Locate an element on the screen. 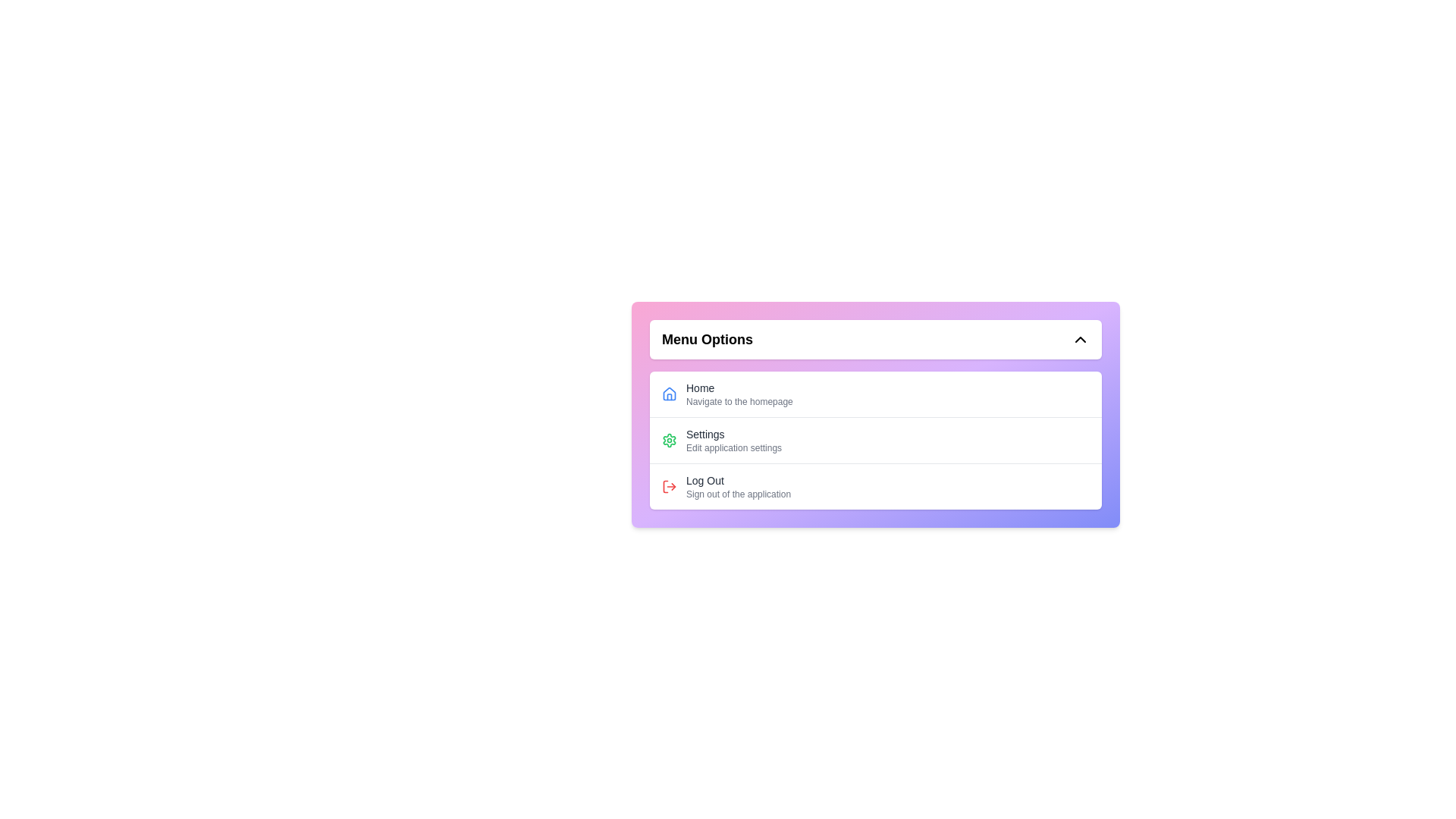 The width and height of the screenshot is (1456, 819). the 'Settings' menu item to open the application settings is located at coordinates (876, 439).